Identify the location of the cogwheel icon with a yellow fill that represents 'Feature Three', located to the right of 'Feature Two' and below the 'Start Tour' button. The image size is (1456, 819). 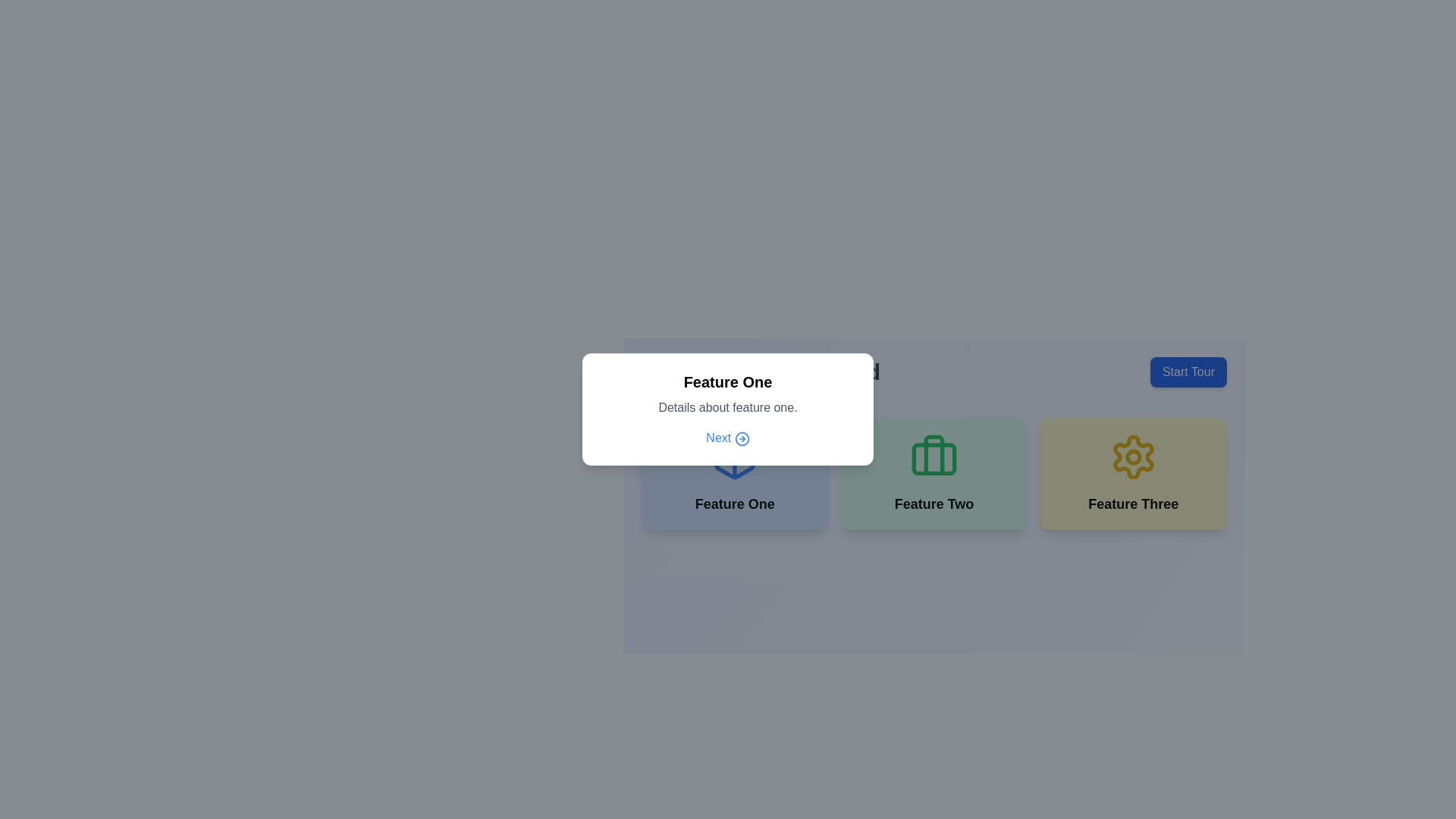
(1133, 456).